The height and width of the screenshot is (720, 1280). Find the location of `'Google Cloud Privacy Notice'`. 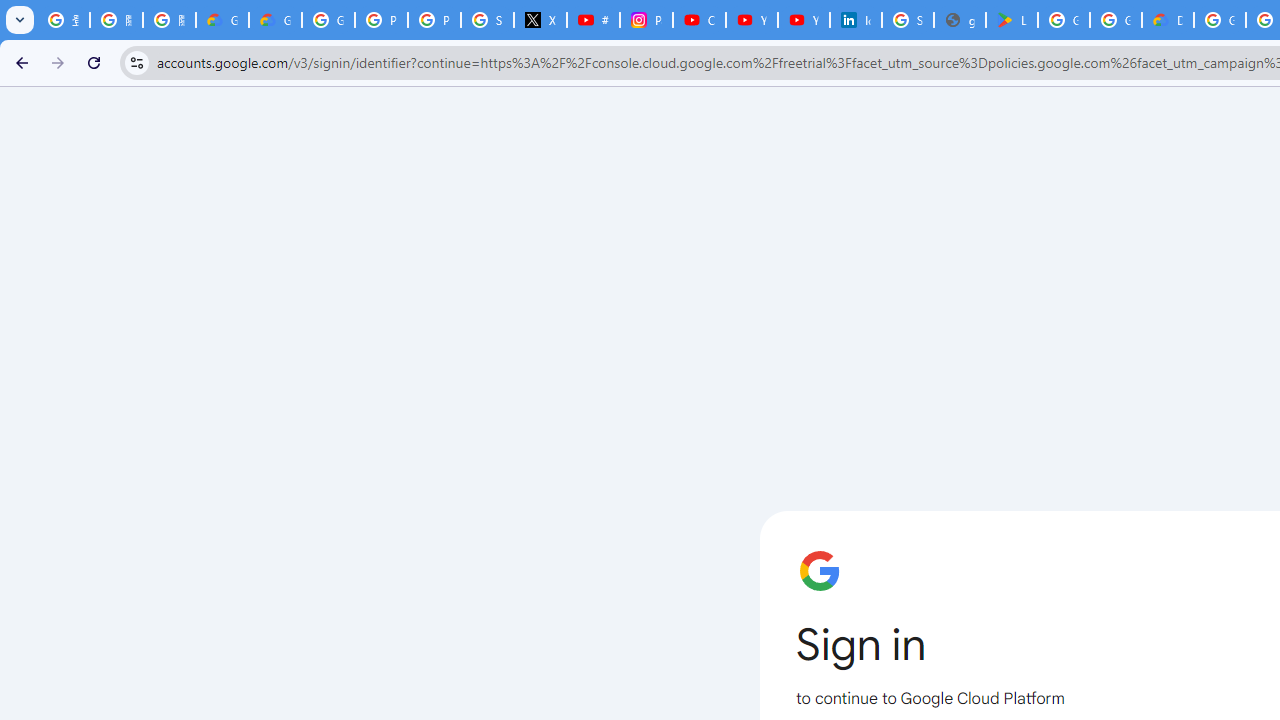

'Google Cloud Privacy Notice' is located at coordinates (274, 20).